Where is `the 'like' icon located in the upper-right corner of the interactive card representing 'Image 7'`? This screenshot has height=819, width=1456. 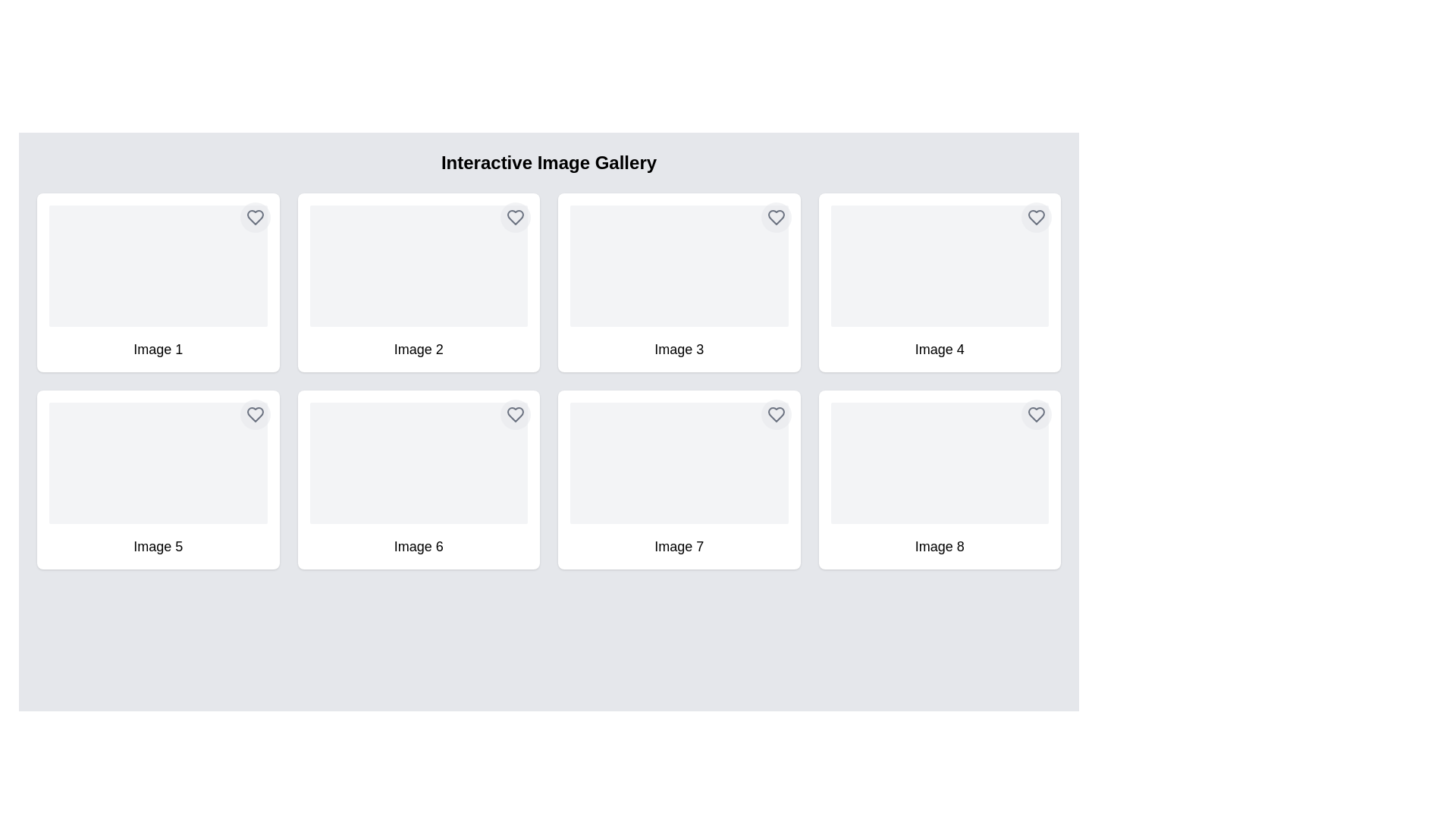
the 'like' icon located in the upper-right corner of the interactive card representing 'Image 7' is located at coordinates (776, 415).